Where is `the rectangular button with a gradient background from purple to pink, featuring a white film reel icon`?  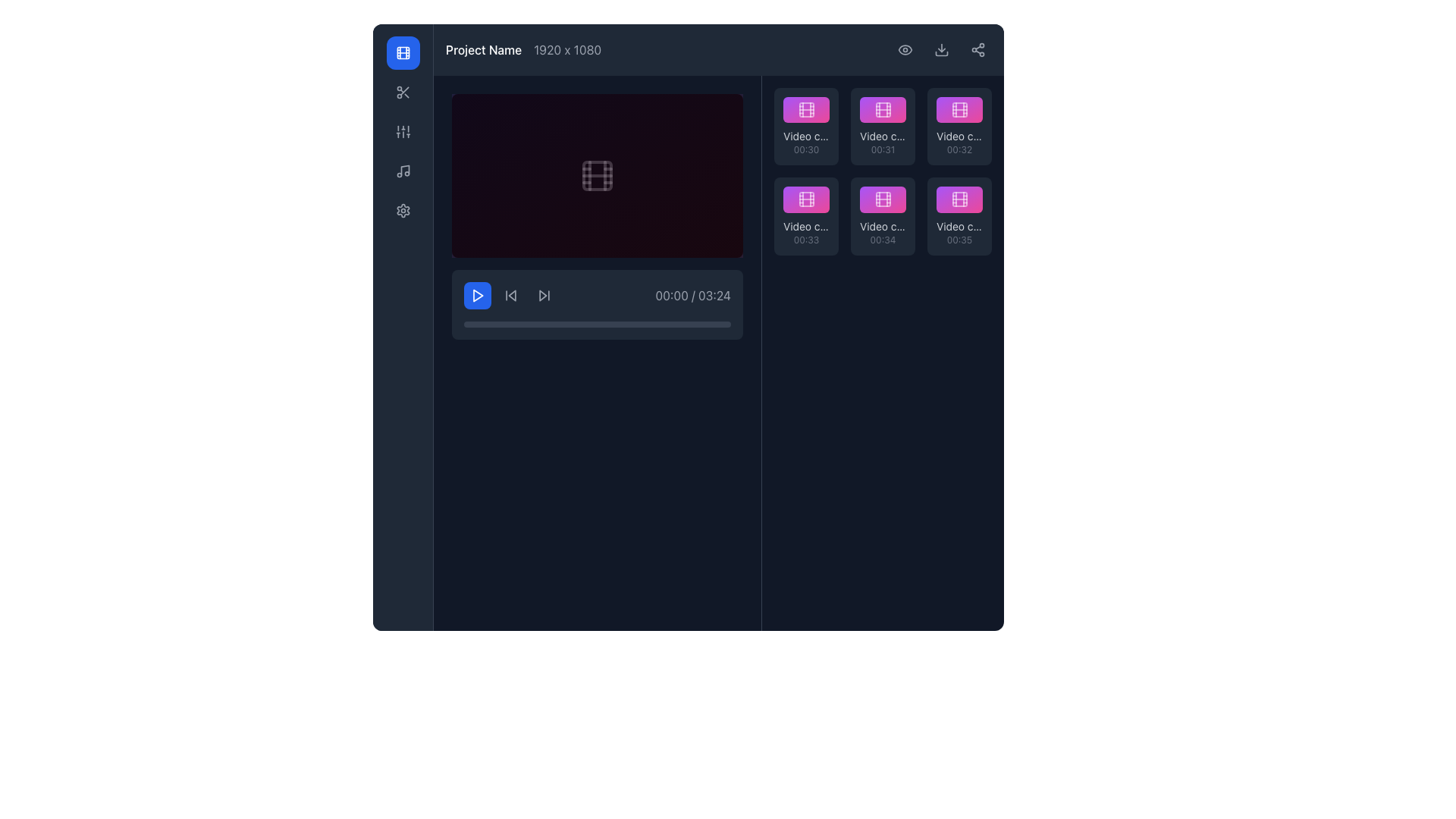
the rectangular button with a gradient background from purple to pink, featuring a white film reel icon is located at coordinates (883, 199).